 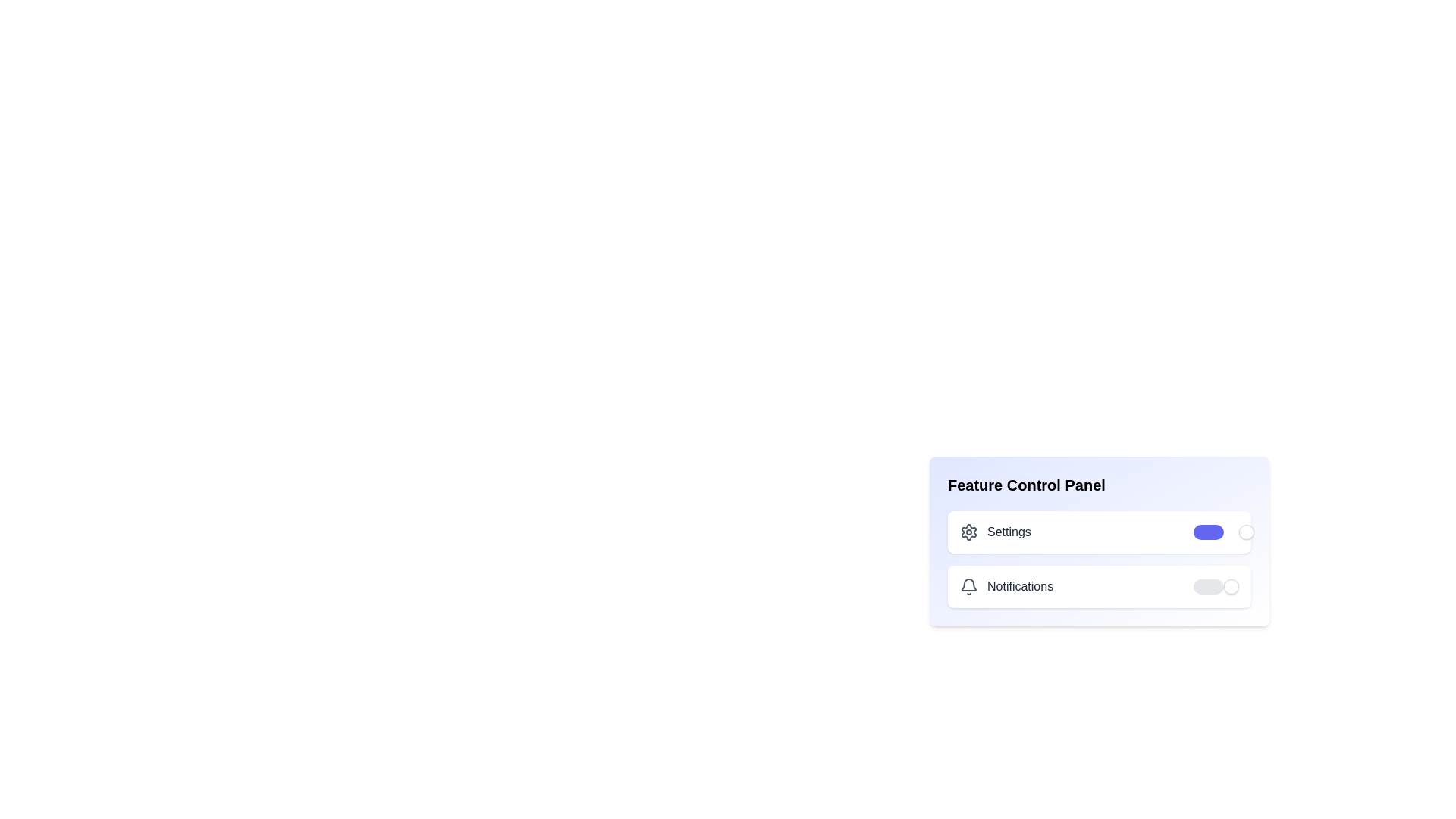 What do you see at coordinates (1216, 586) in the screenshot?
I see `the 'Notifications' toggle switch to change its state` at bounding box center [1216, 586].